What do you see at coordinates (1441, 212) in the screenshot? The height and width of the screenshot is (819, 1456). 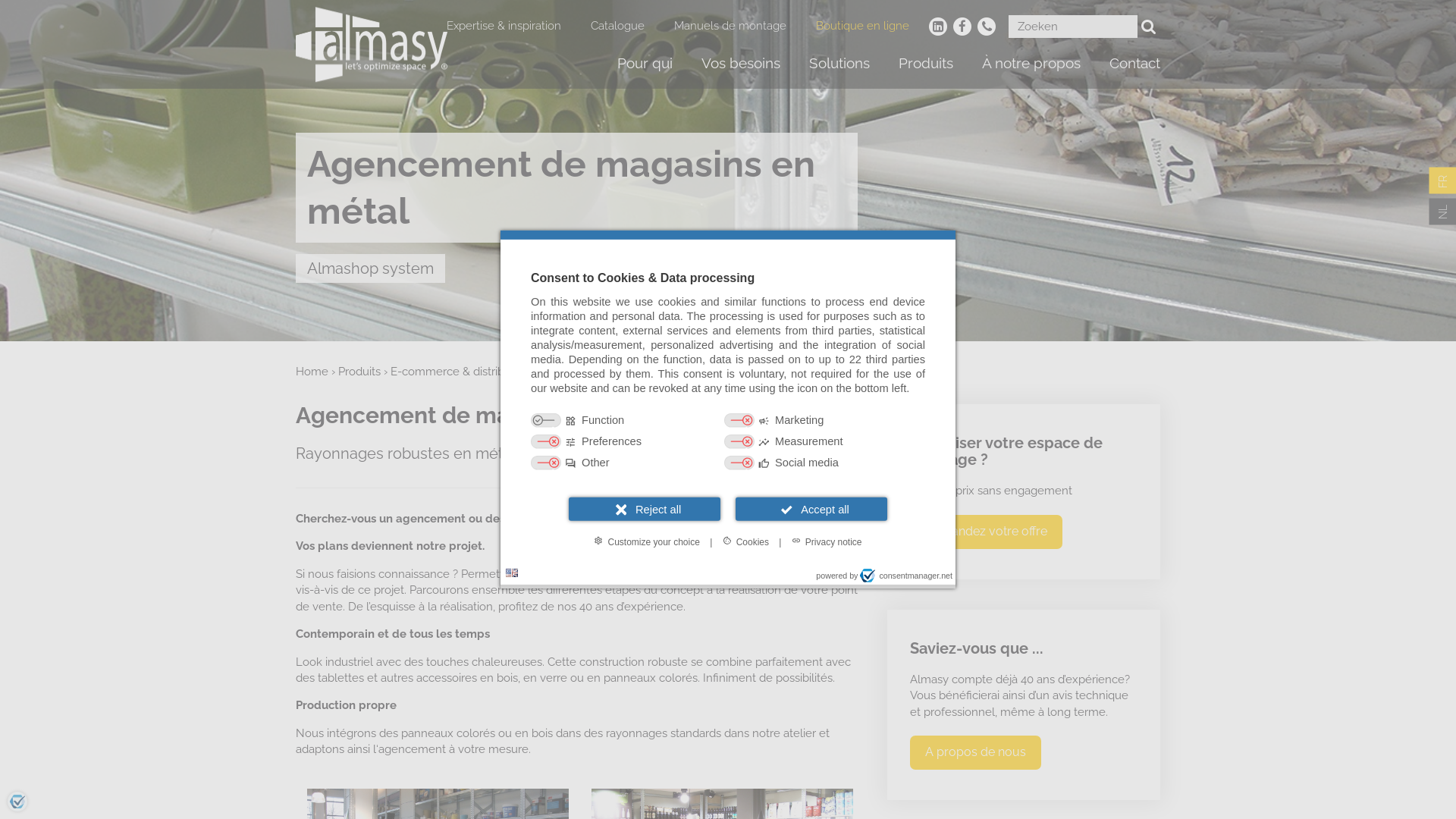 I see `'NL'` at bounding box center [1441, 212].